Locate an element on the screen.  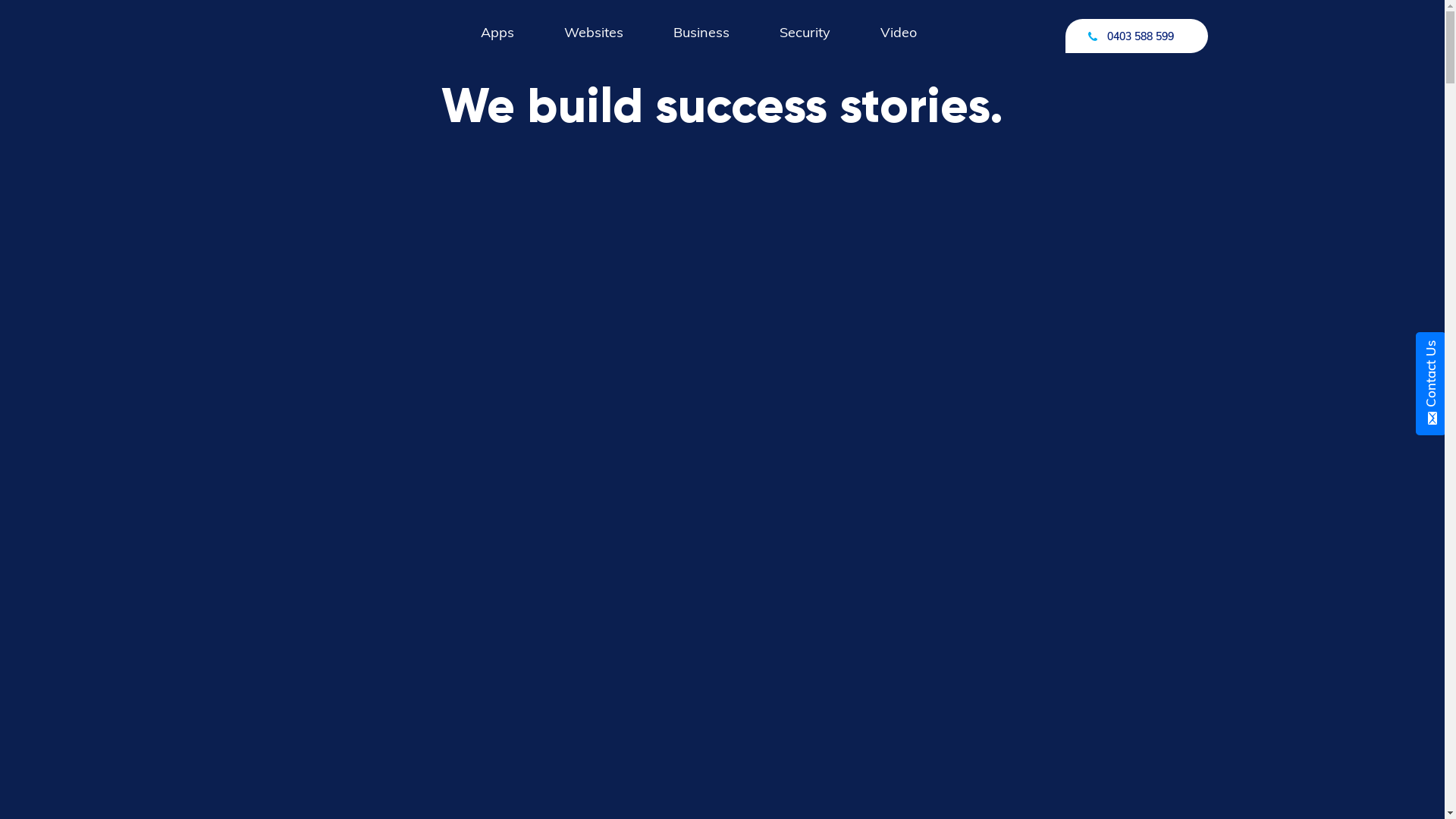
'Security' is located at coordinates (804, 44).